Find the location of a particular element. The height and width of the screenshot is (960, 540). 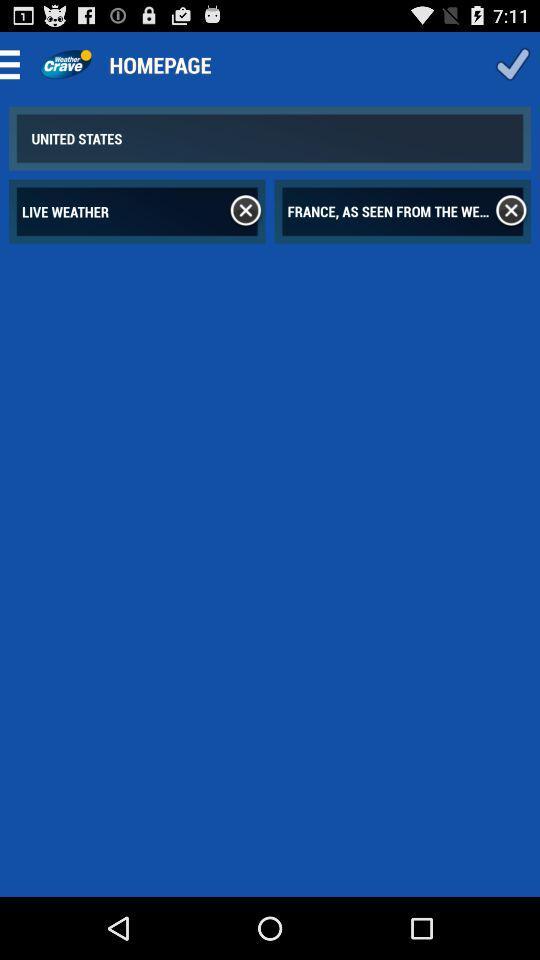

item to the right of the homepage item is located at coordinates (512, 64).